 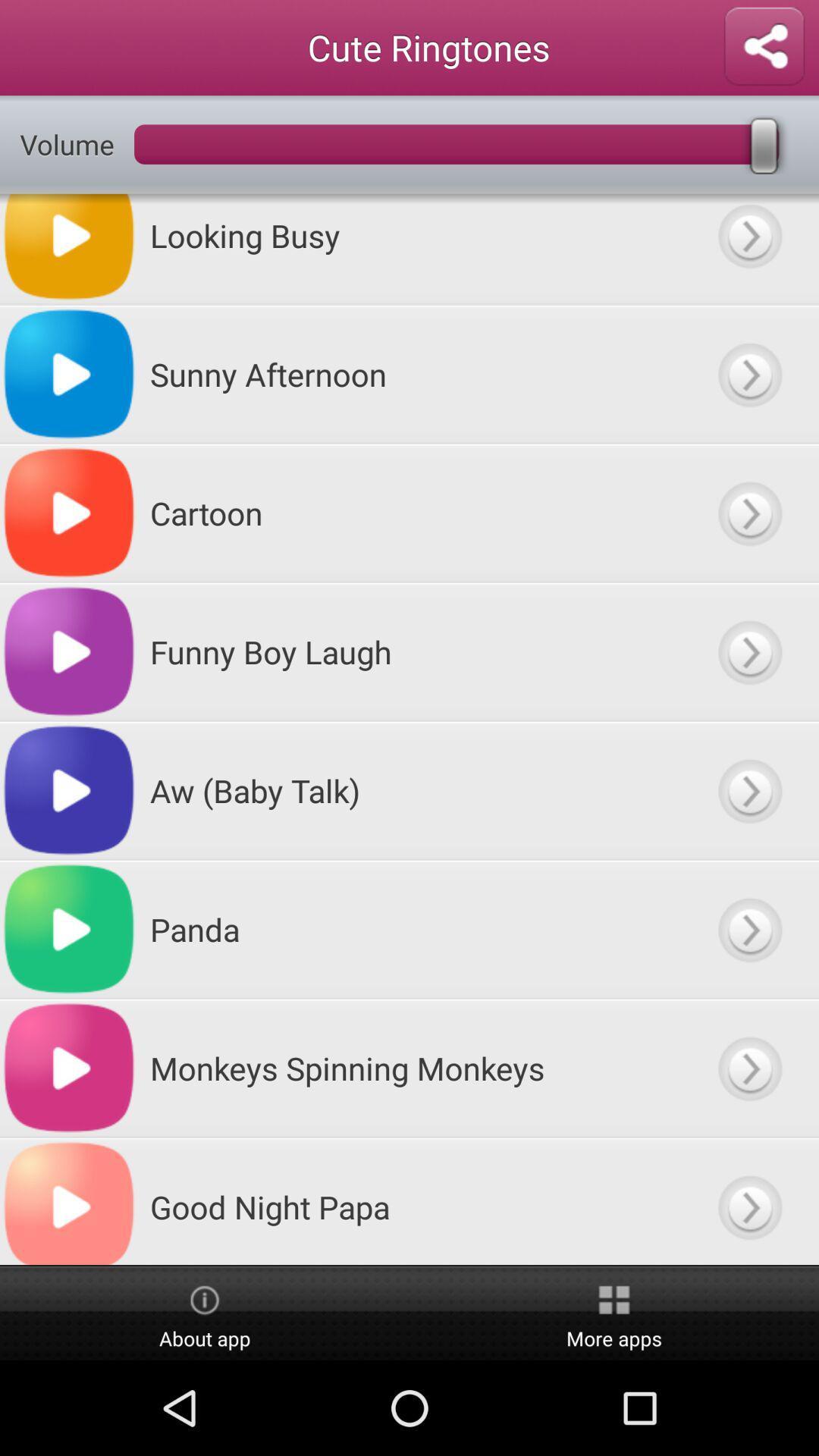 What do you see at coordinates (748, 789) in the screenshot?
I see `more option` at bounding box center [748, 789].